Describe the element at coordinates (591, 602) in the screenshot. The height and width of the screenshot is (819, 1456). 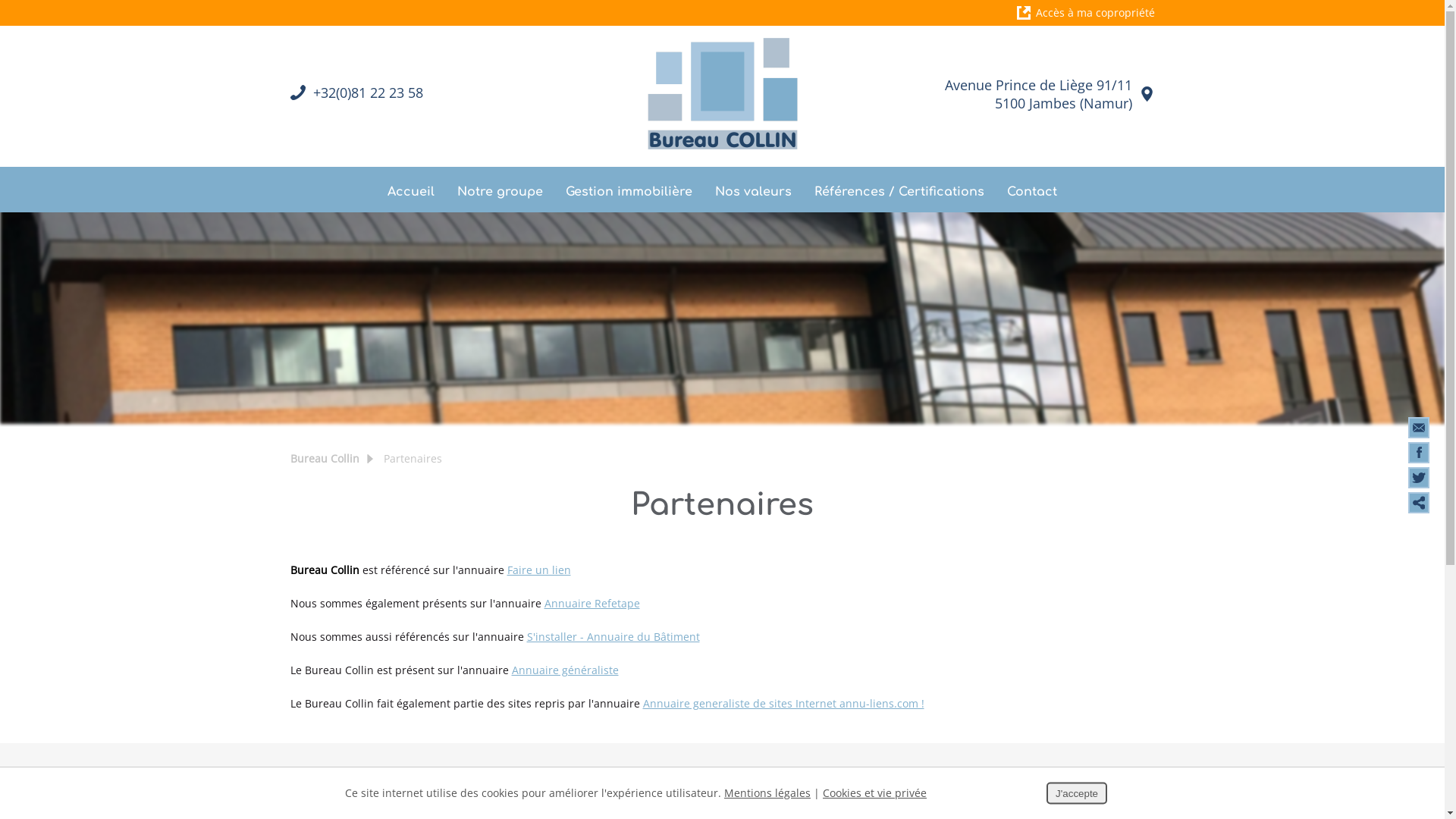
I see `'Annuaire Refetape'` at that location.